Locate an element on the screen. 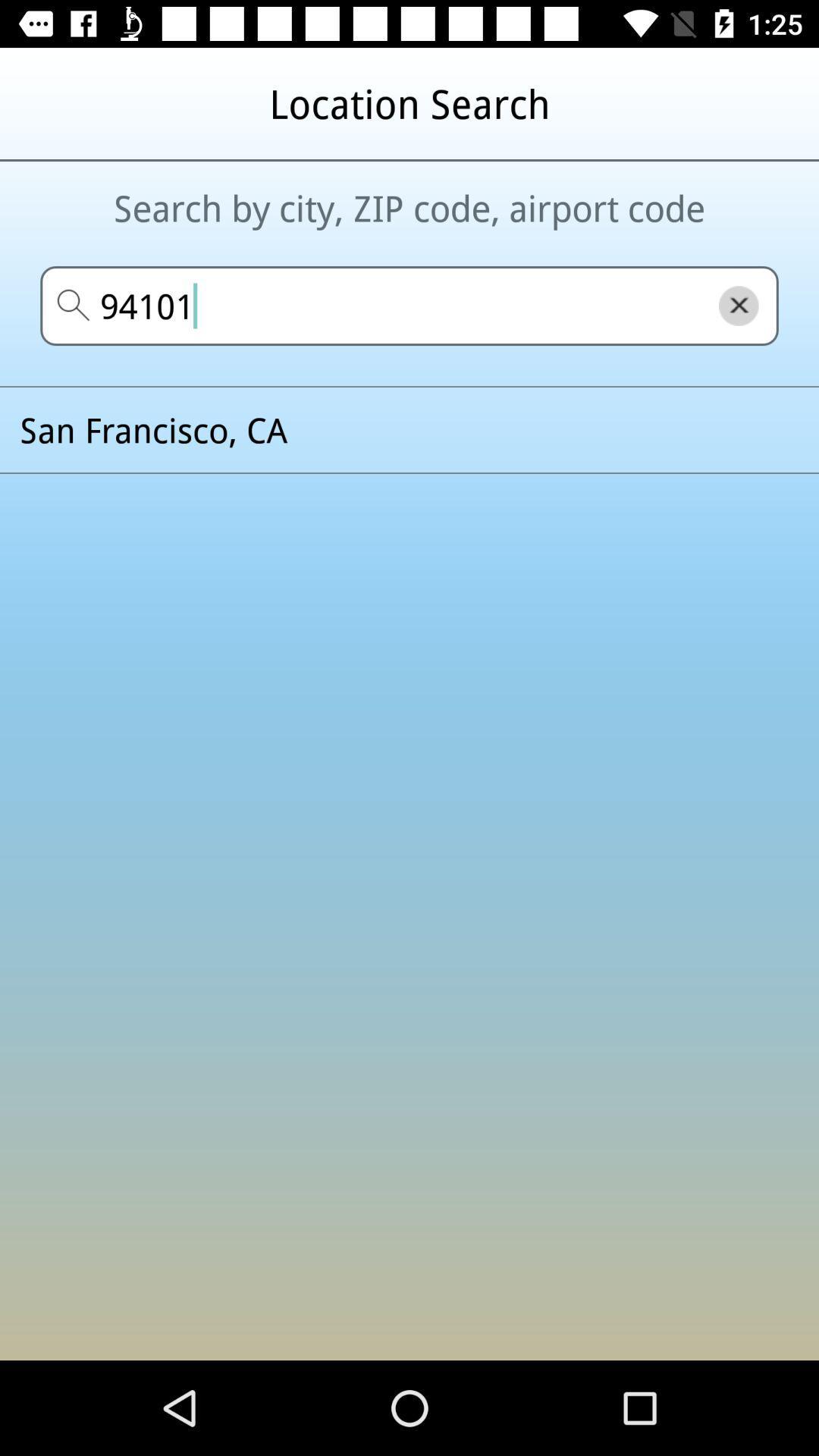 This screenshot has width=819, height=1456. the close icon is located at coordinates (738, 305).